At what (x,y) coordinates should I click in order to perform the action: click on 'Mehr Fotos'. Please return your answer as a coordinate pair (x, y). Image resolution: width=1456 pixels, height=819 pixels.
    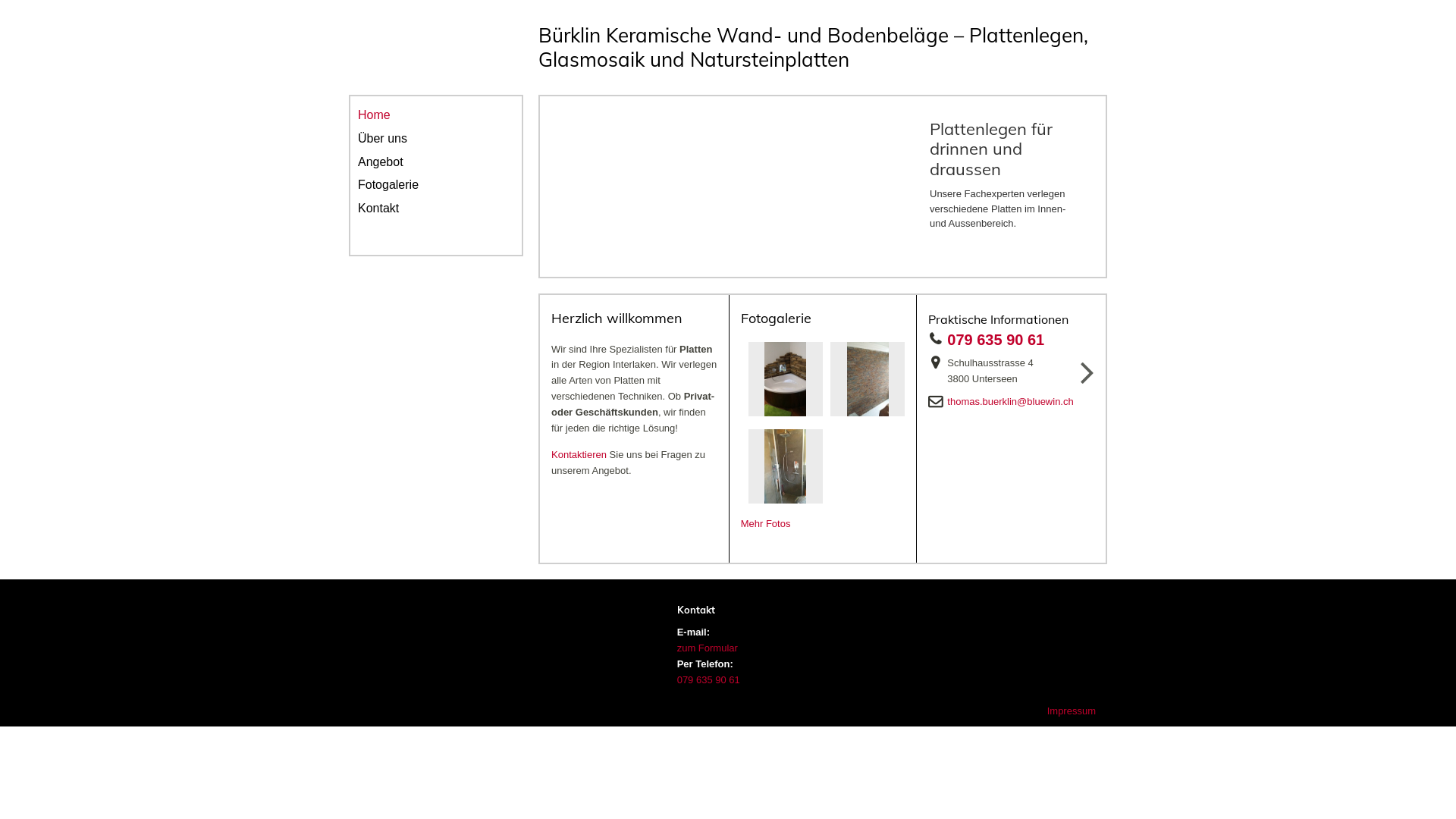
    Looking at the image, I should click on (765, 522).